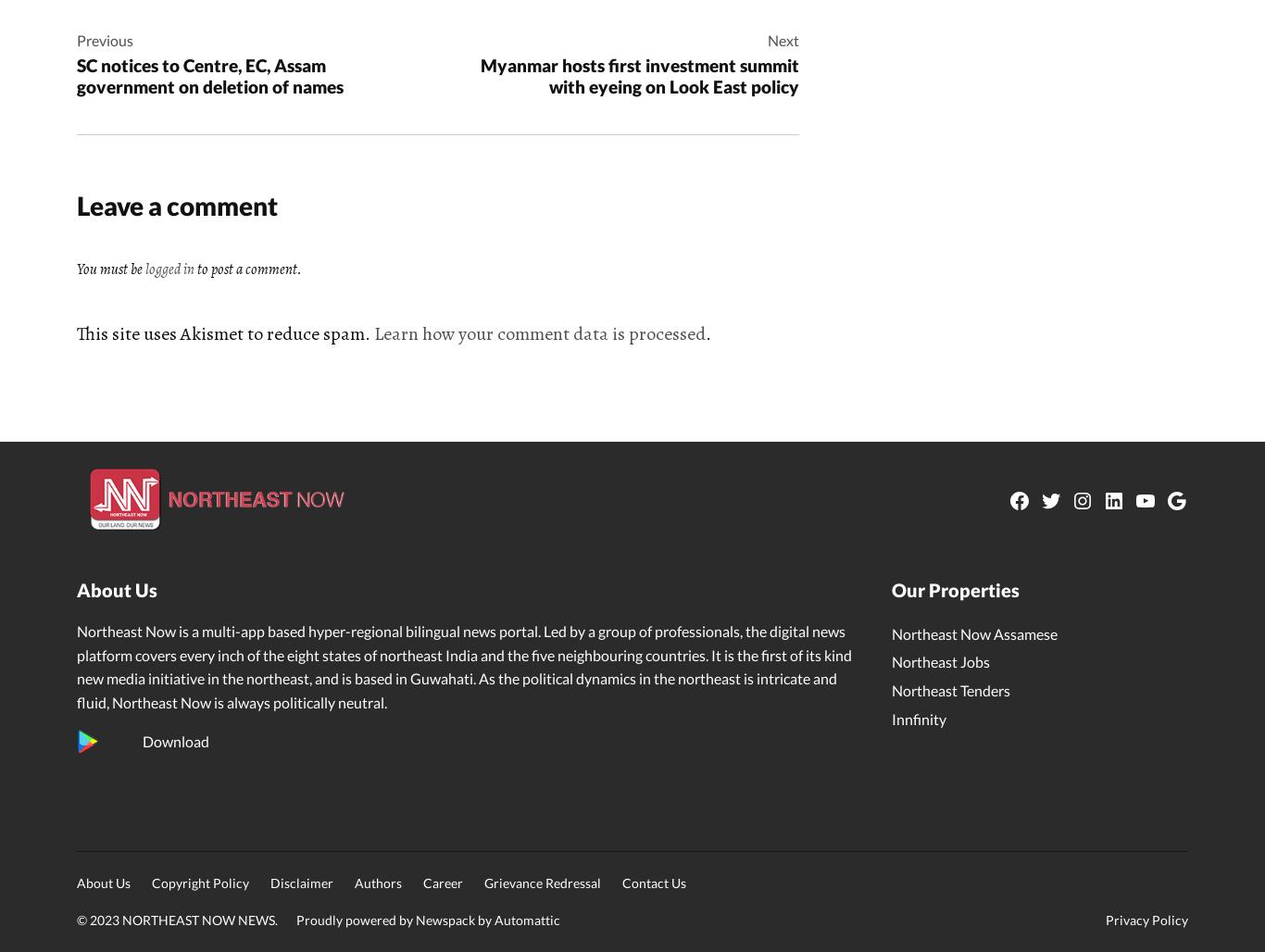 Image resolution: width=1265 pixels, height=952 pixels. I want to click on 'Learn how your comment data is processed', so click(539, 332).